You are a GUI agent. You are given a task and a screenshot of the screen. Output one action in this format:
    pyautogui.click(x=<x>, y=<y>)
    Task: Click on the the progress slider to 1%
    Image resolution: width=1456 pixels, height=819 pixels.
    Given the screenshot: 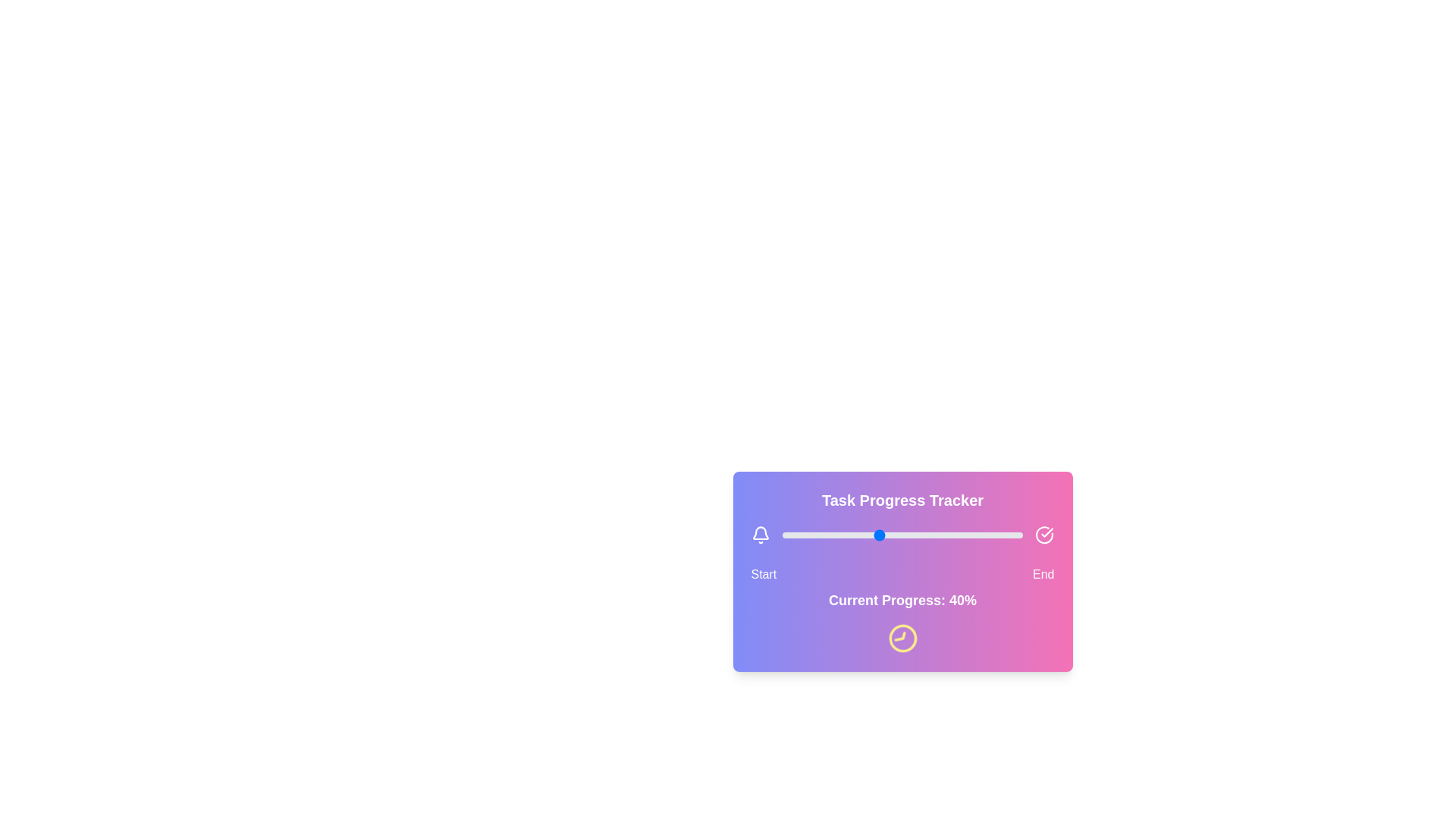 What is the action you would take?
    pyautogui.click(x=785, y=534)
    